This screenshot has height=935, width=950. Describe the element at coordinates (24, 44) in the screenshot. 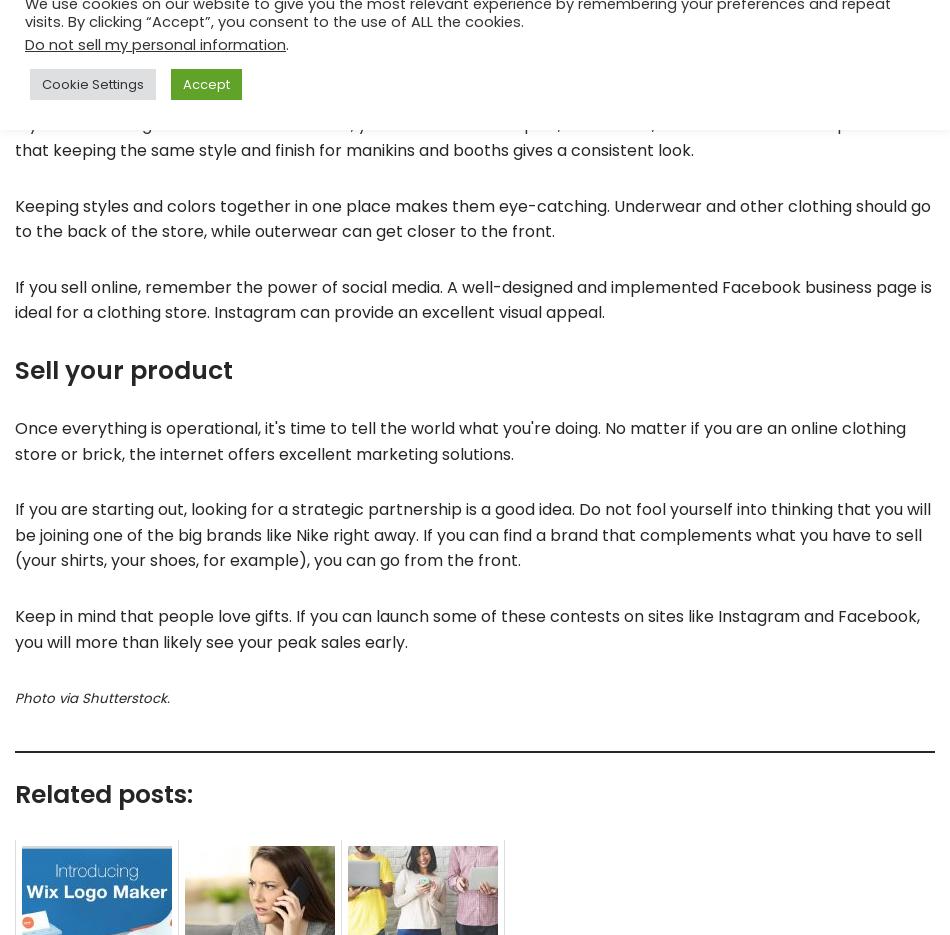

I see `'Do not sell my personal information'` at that location.